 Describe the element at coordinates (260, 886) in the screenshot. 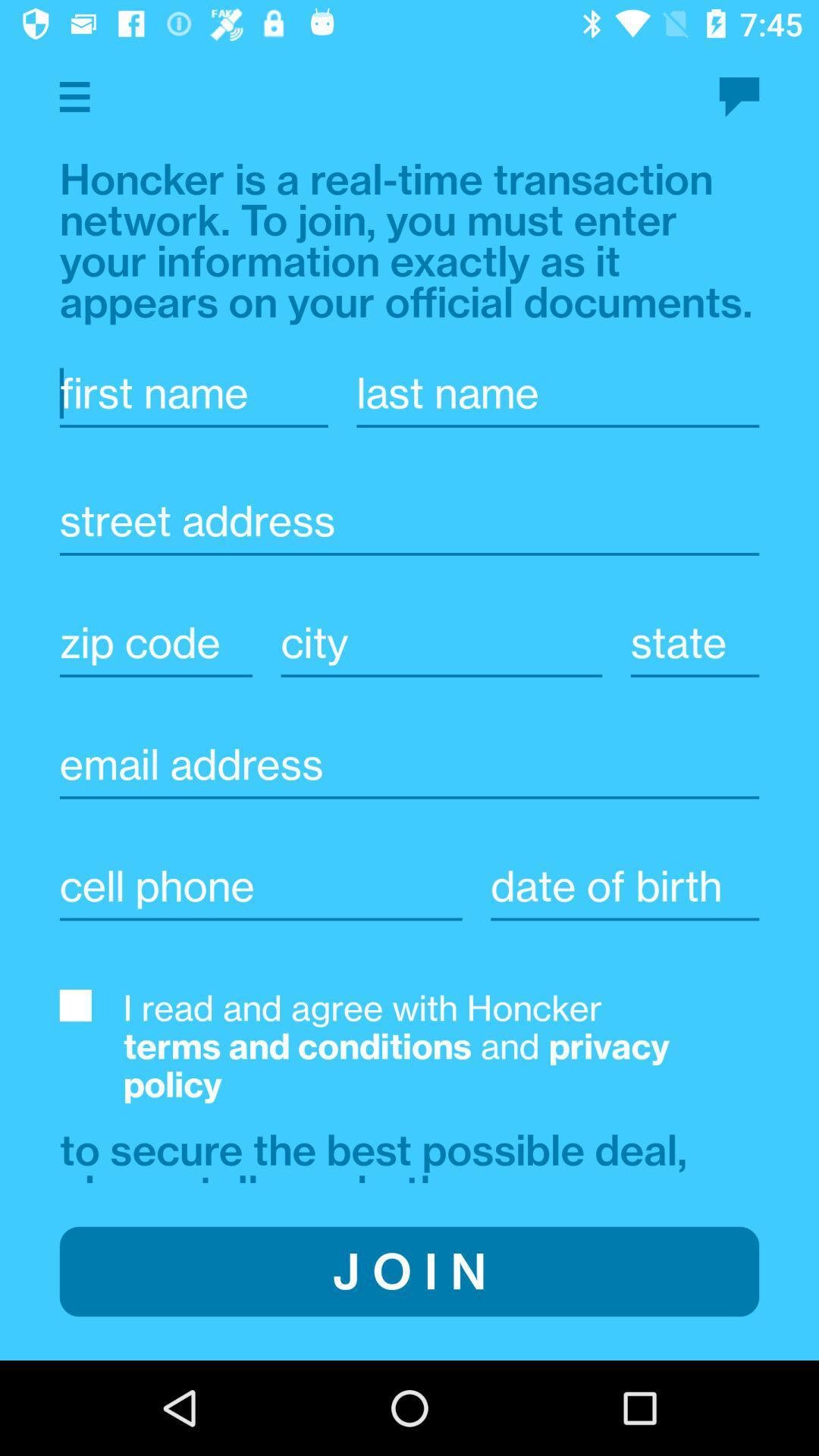

I see `cell phone` at that location.